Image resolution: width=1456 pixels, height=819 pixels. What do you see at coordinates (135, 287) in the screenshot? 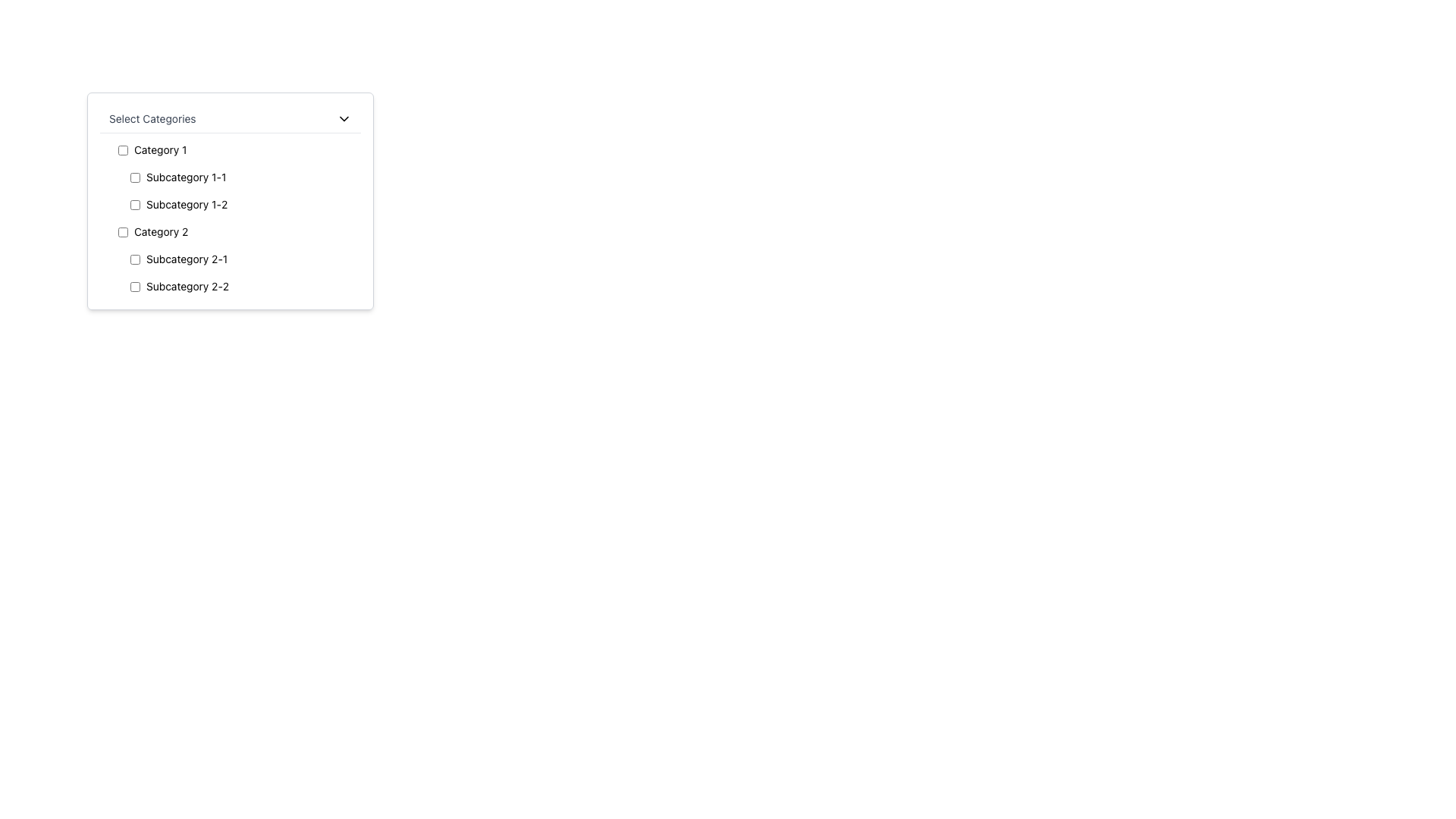
I see `the checkbox associated with 'Subcategory 2-2' under 'Category 2'` at bounding box center [135, 287].